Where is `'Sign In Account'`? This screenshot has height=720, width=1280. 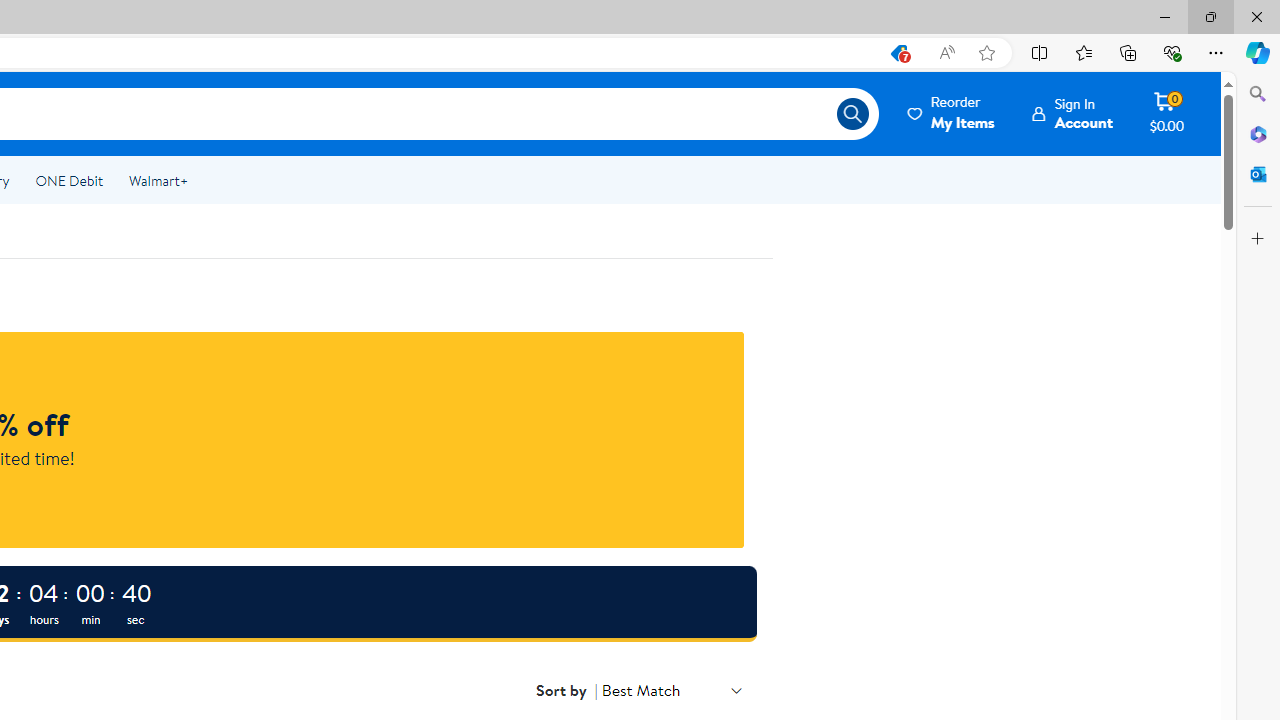 'Sign In Account' is located at coordinates (1072, 113).